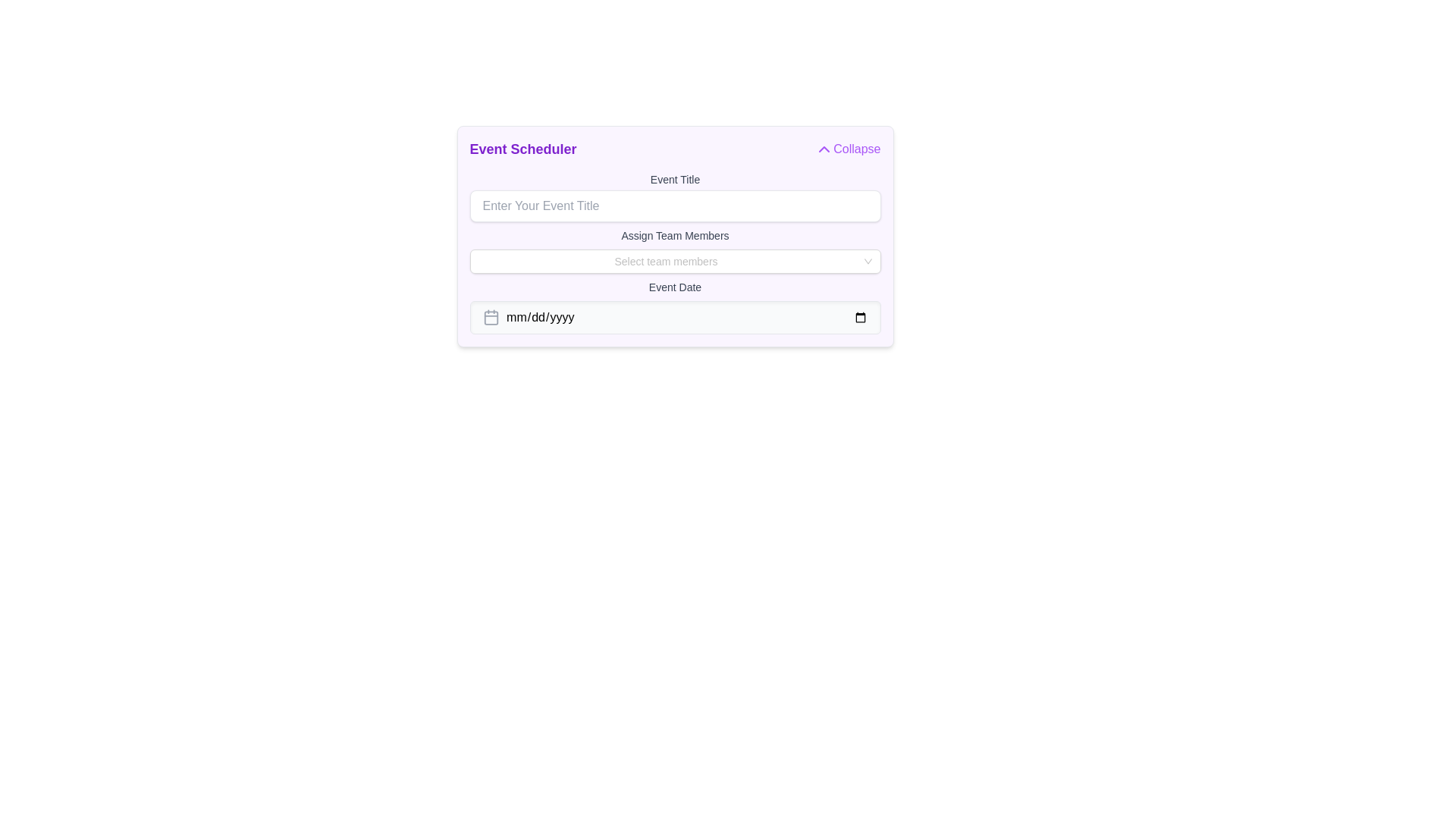 This screenshot has width=1456, height=819. Describe the element at coordinates (479, 260) in the screenshot. I see `the slim vertical Cursor indicator within the 'Assign Team Members' dropdown search field` at that location.